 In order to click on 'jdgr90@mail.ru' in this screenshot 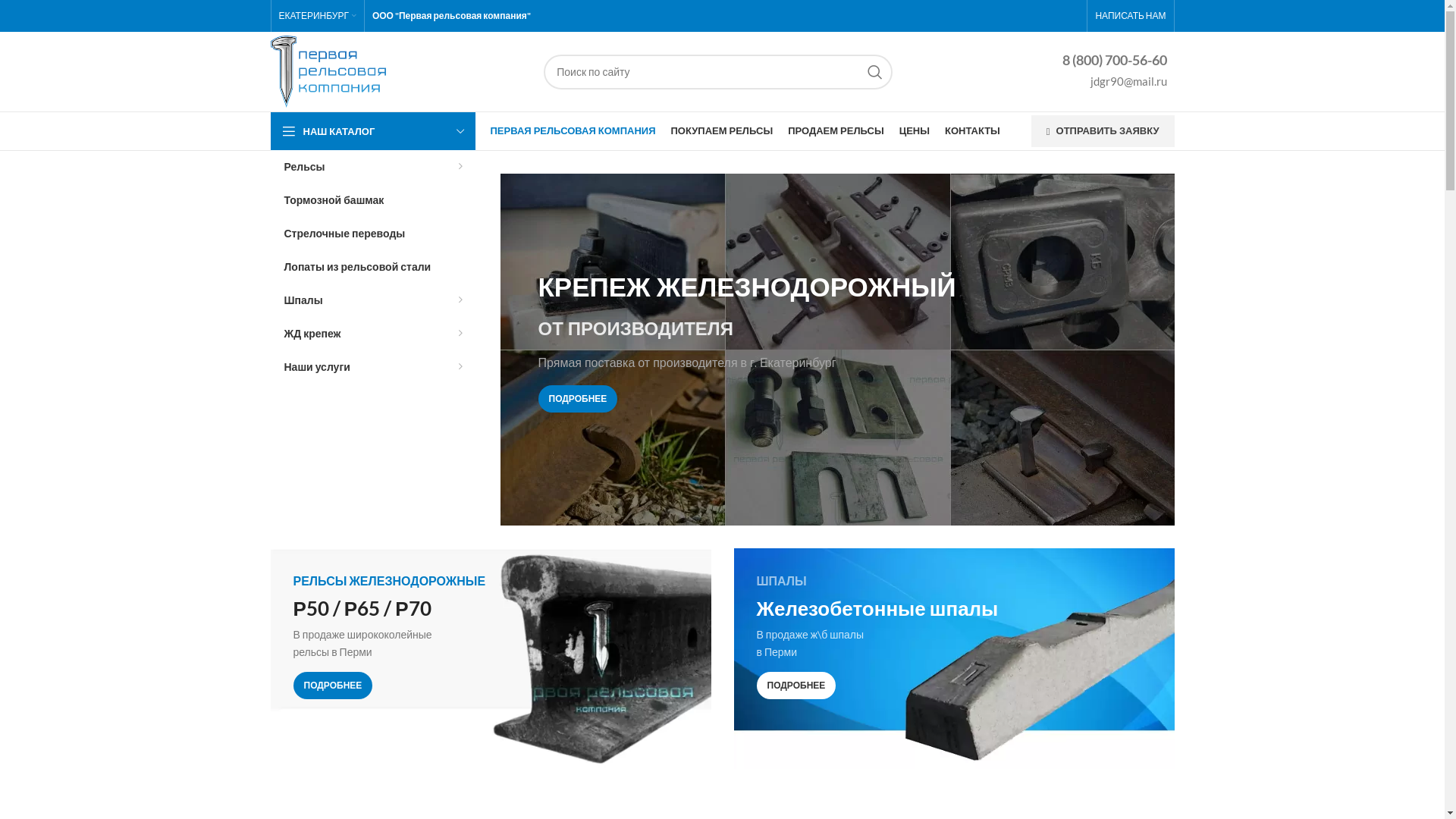, I will do `click(1113, 83)`.